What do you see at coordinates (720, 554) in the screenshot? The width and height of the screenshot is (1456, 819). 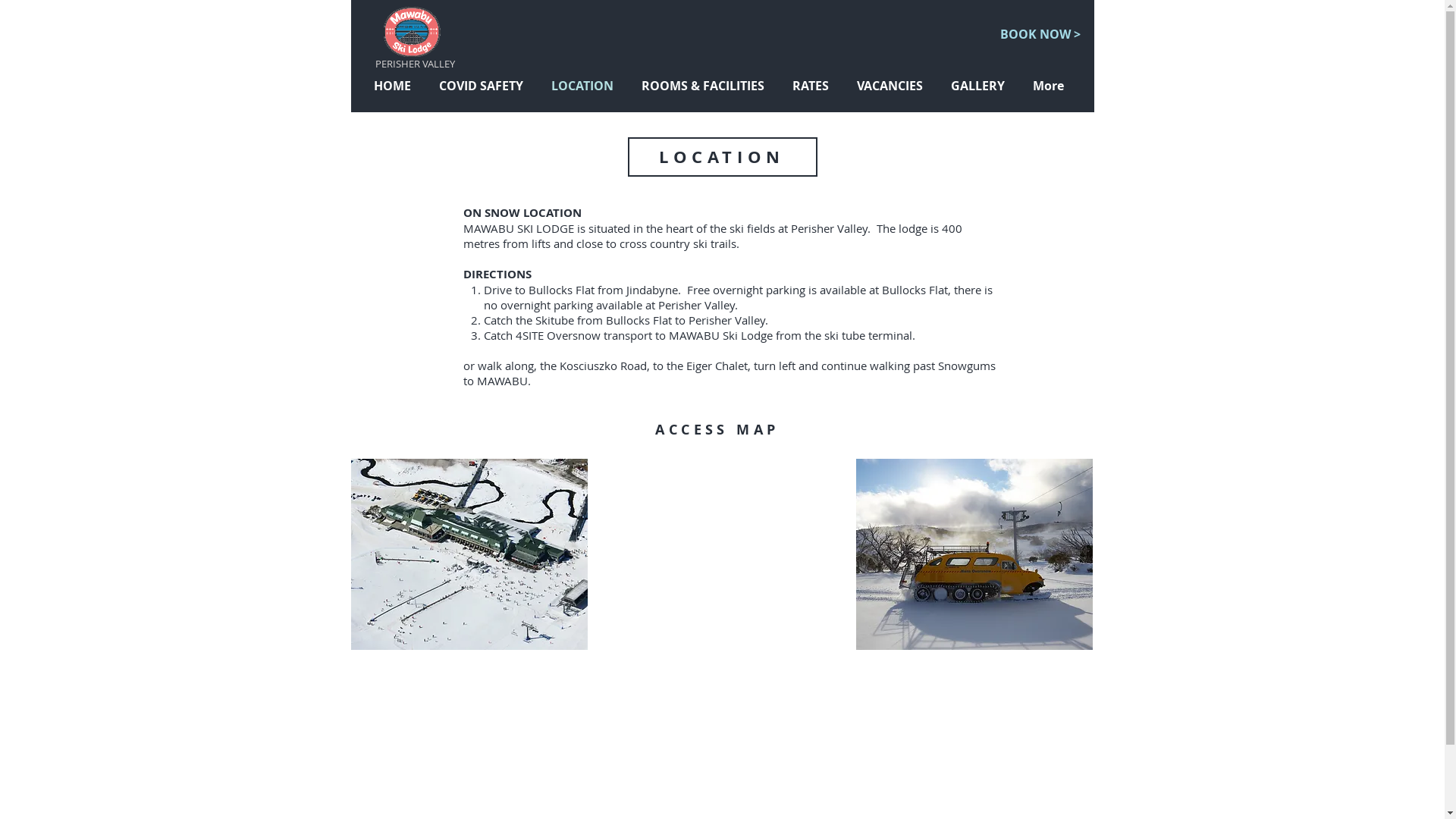 I see `'Google Maps'` at bounding box center [720, 554].